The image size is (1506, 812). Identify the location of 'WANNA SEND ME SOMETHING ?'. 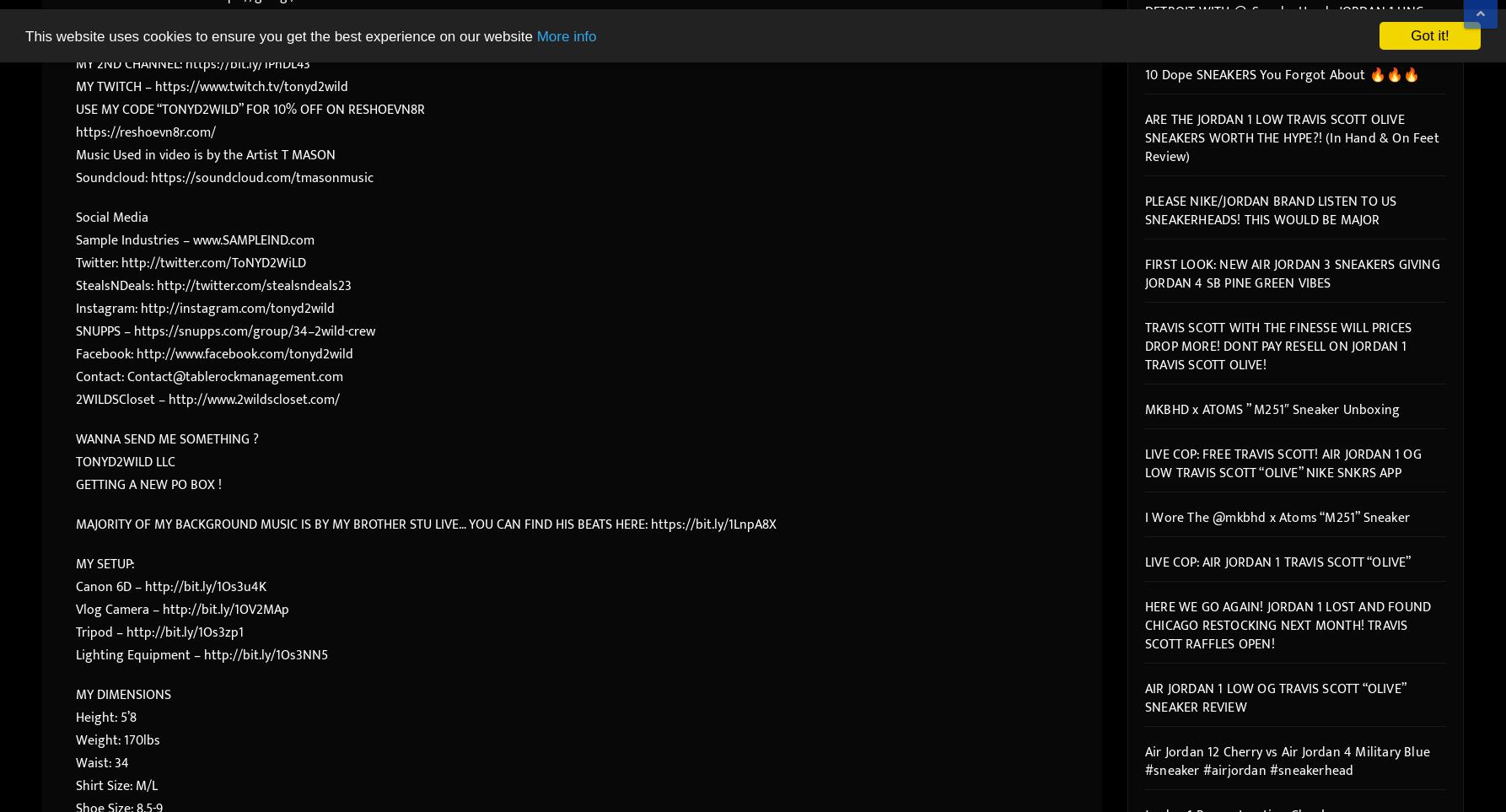
(166, 439).